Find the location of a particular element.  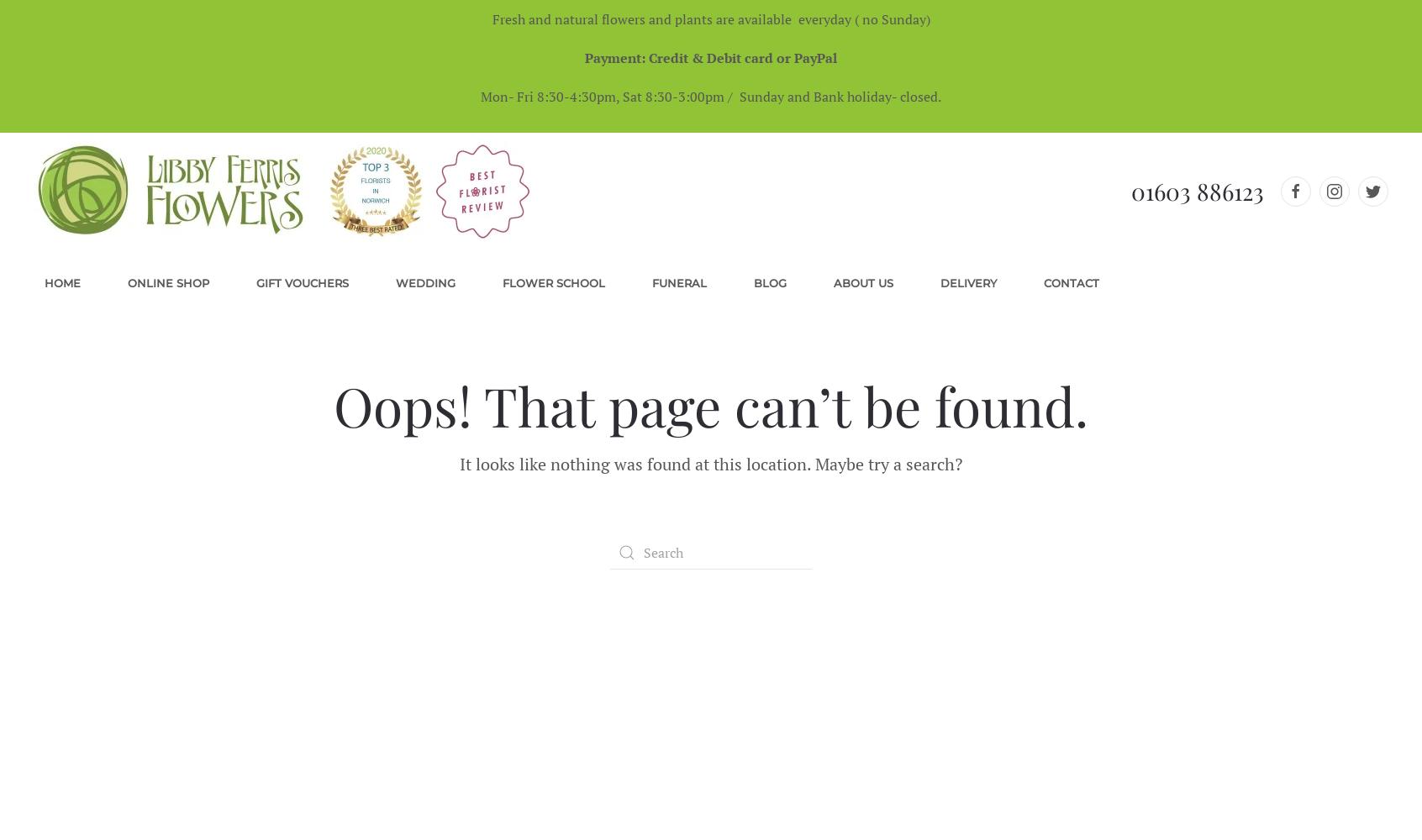

'Wedding' is located at coordinates (425, 282).